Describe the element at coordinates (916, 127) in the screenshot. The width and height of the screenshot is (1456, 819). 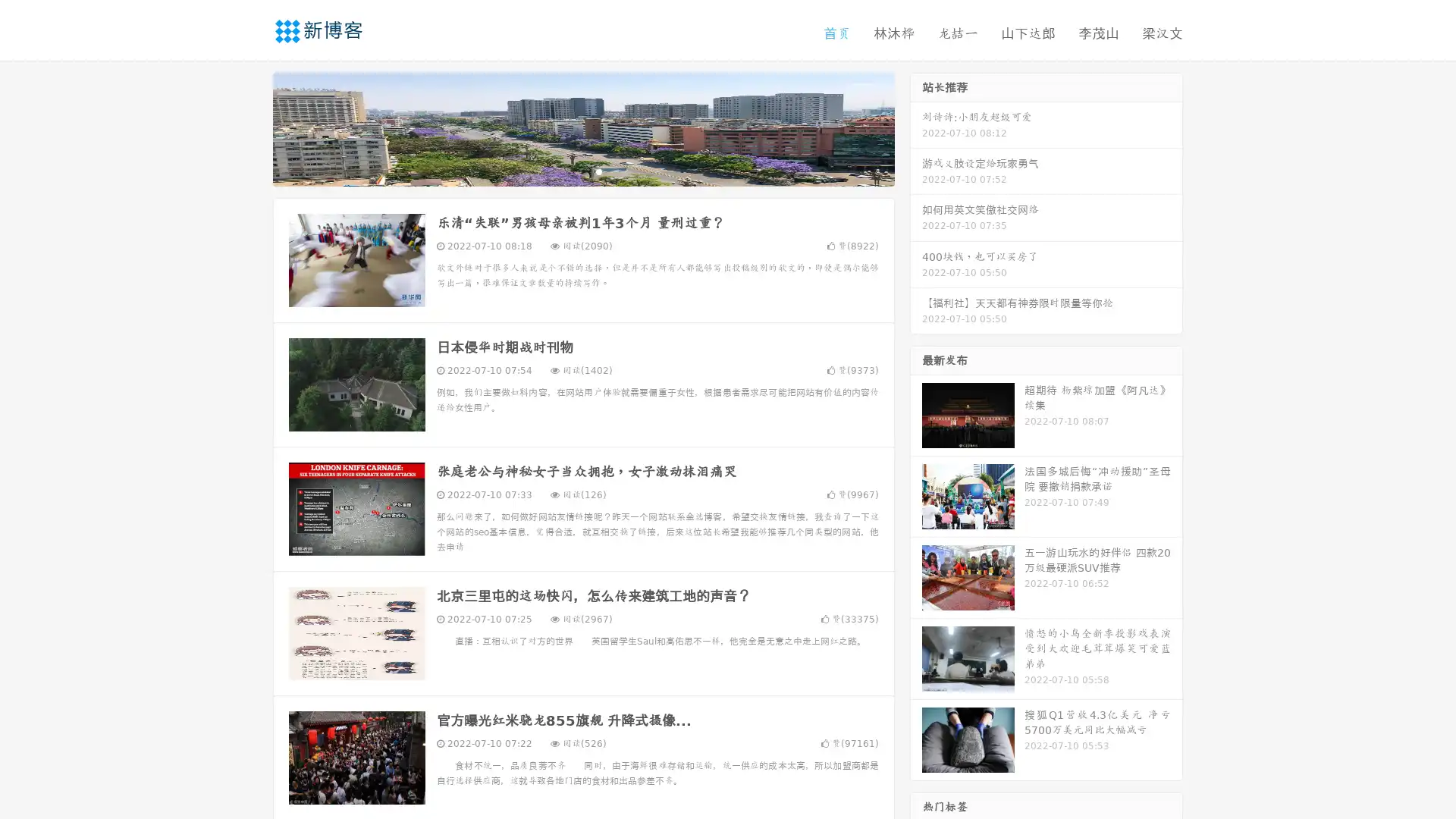
I see `Next slide` at that location.